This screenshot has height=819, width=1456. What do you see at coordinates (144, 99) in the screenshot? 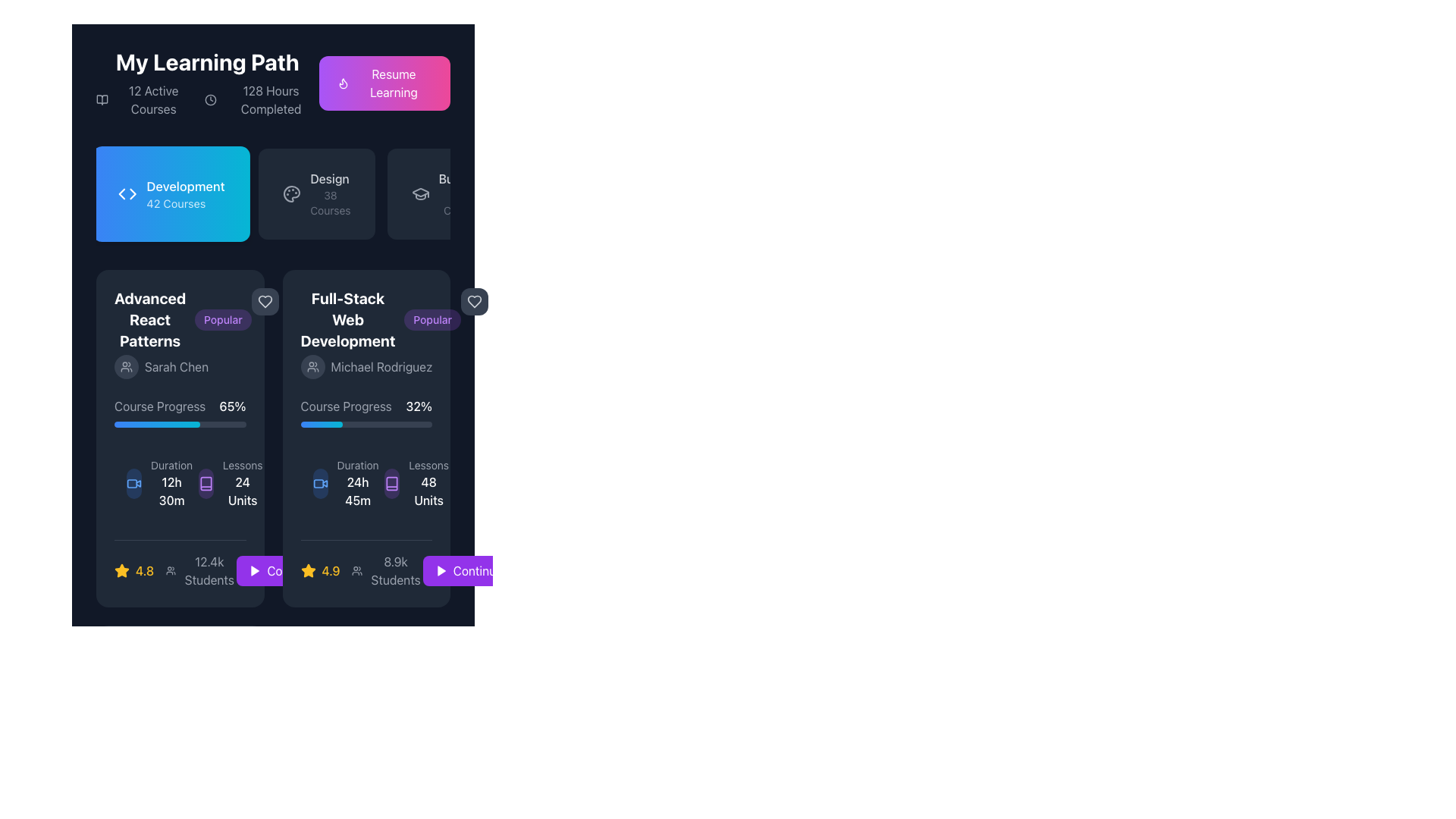
I see `information displayed in the text element that shows '12 Active Courses' with an icon resembling an open book, located prominently in the upper segment of the visible content` at bounding box center [144, 99].